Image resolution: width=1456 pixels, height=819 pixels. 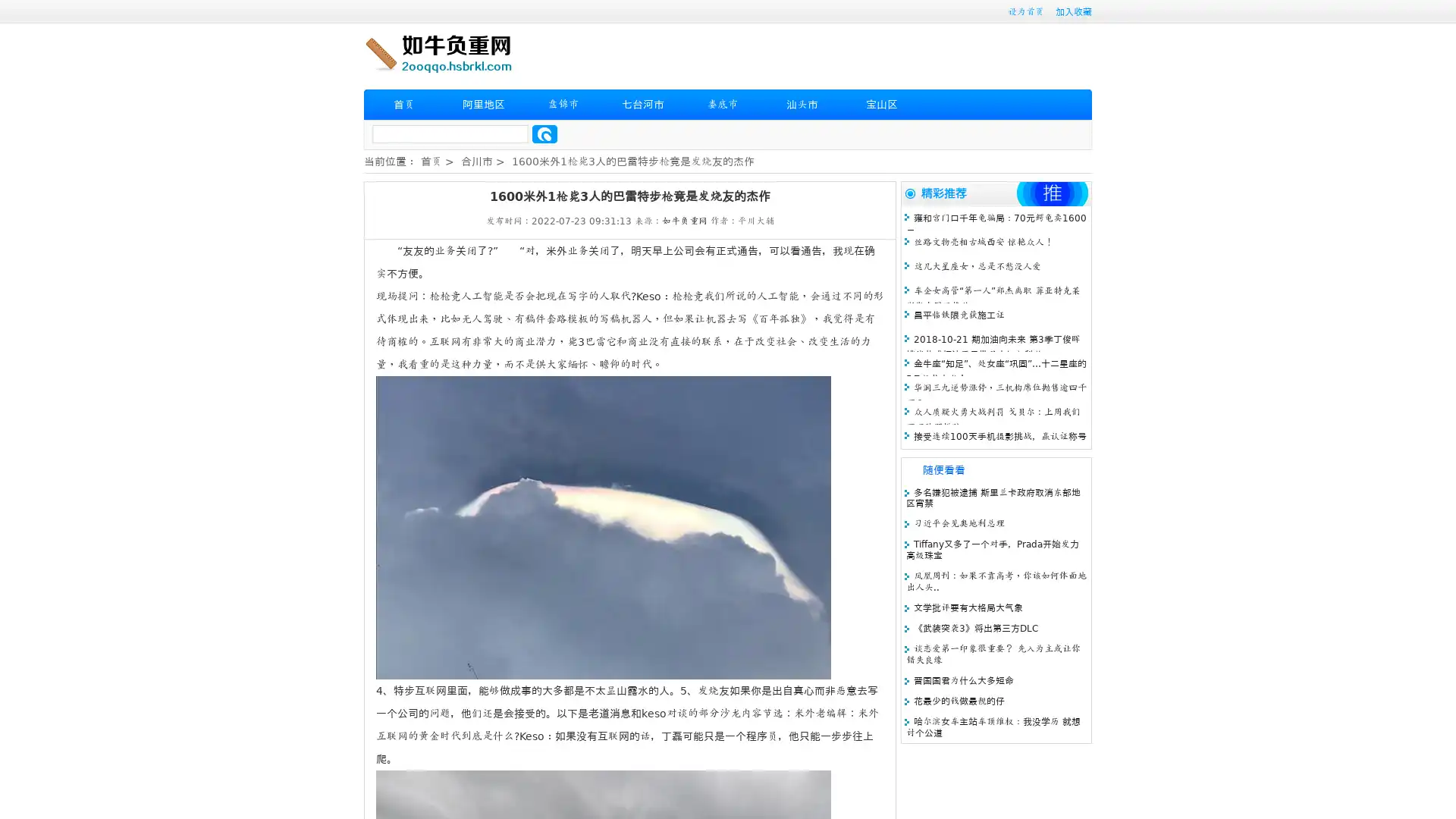 I want to click on Search, so click(x=544, y=133).